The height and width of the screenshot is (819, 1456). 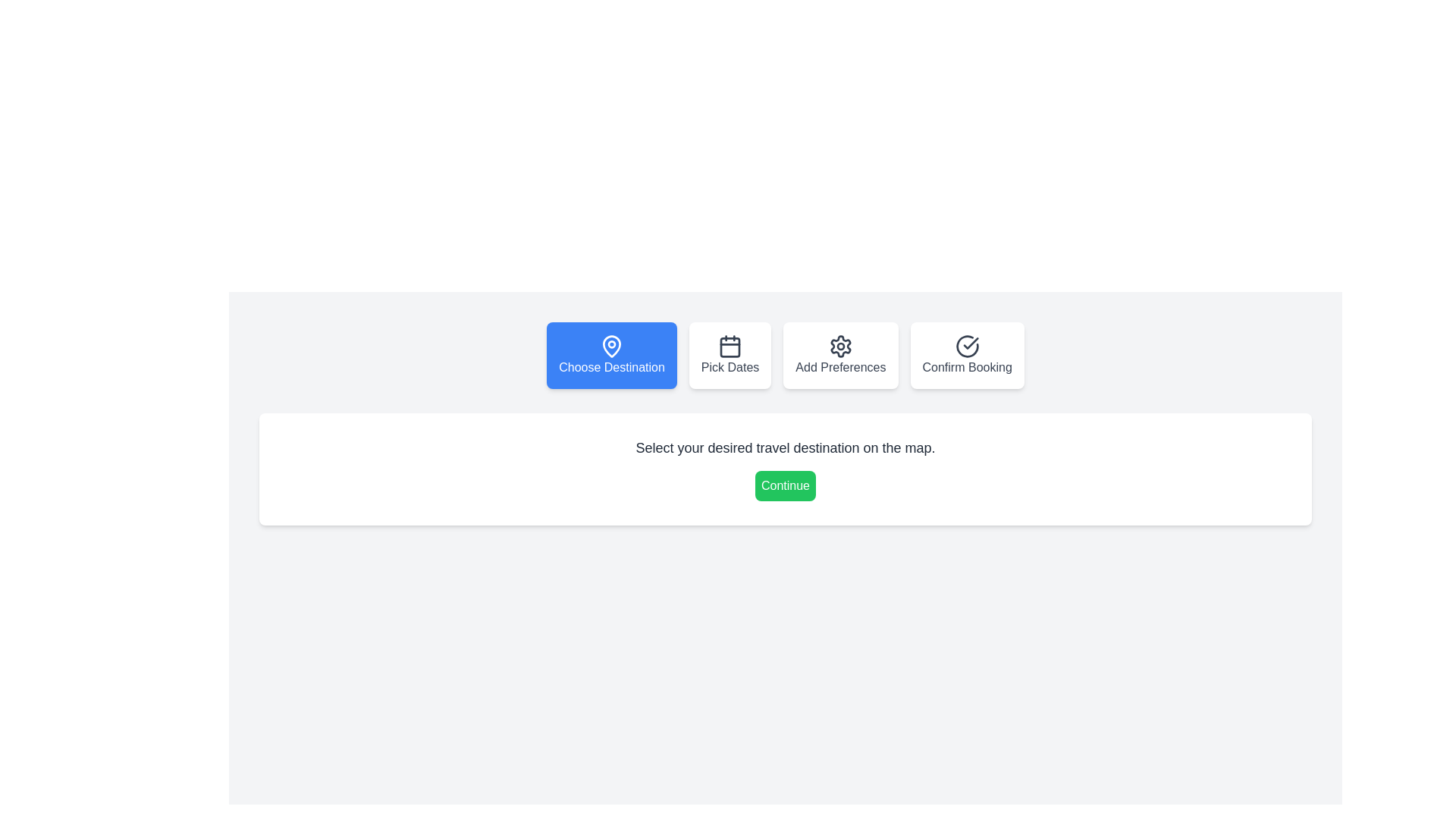 What do you see at coordinates (730, 356) in the screenshot?
I see `the step navigation button for Pick Dates` at bounding box center [730, 356].